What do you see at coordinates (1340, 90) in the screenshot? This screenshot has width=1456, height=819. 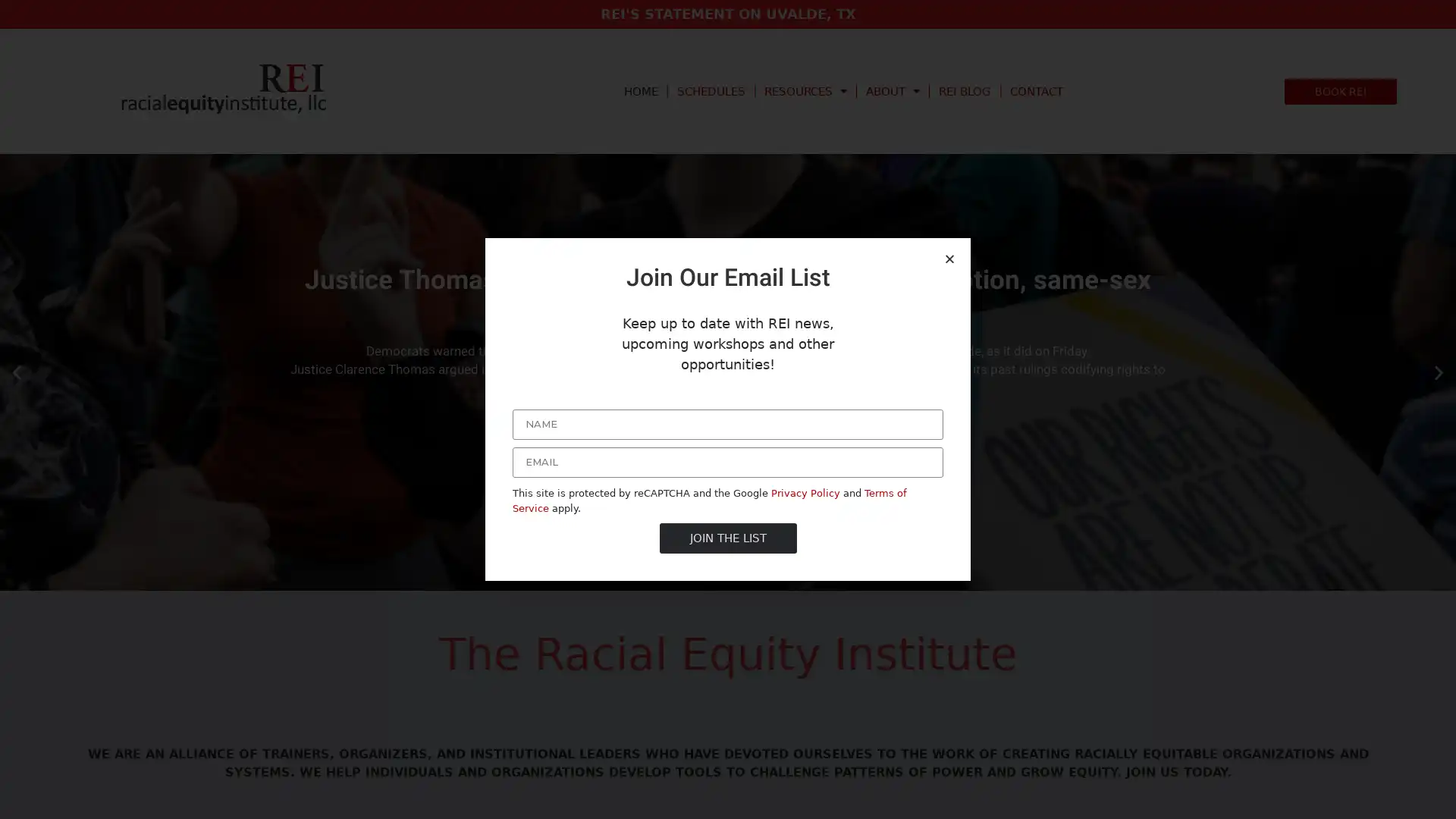 I see `BOOK REI` at bounding box center [1340, 90].